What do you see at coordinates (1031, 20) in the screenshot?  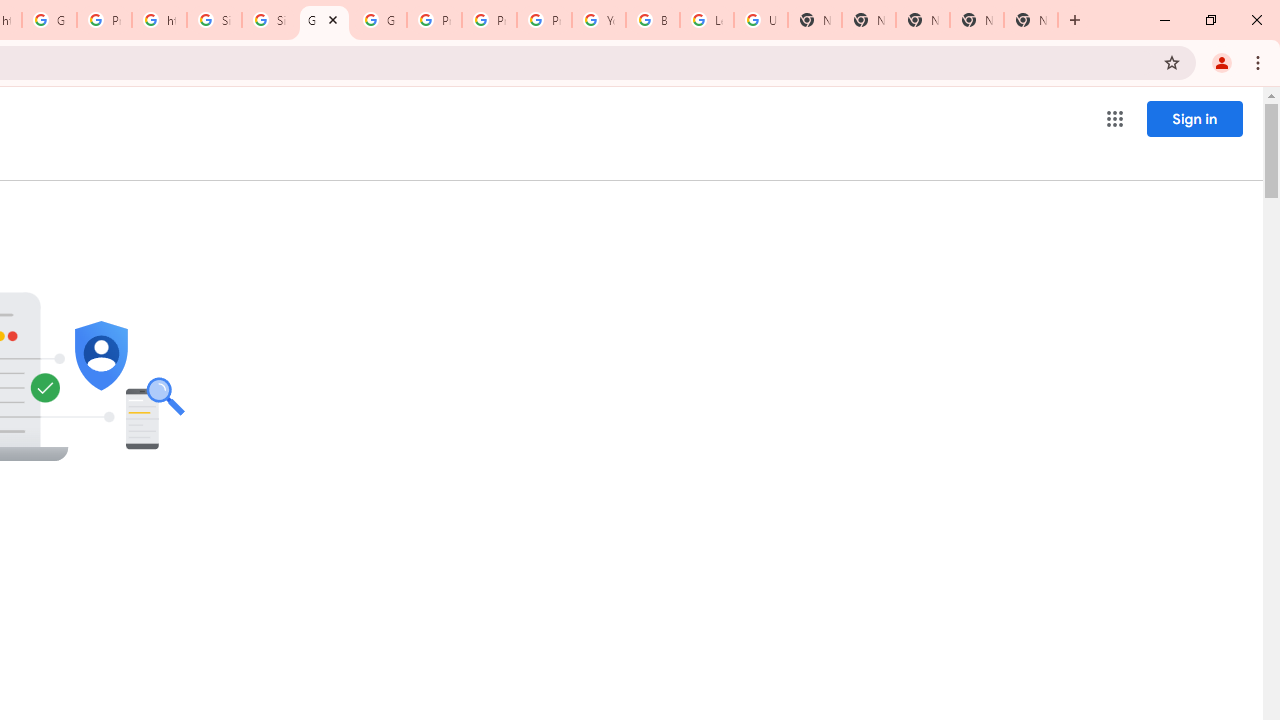 I see `'New Tab'` at bounding box center [1031, 20].